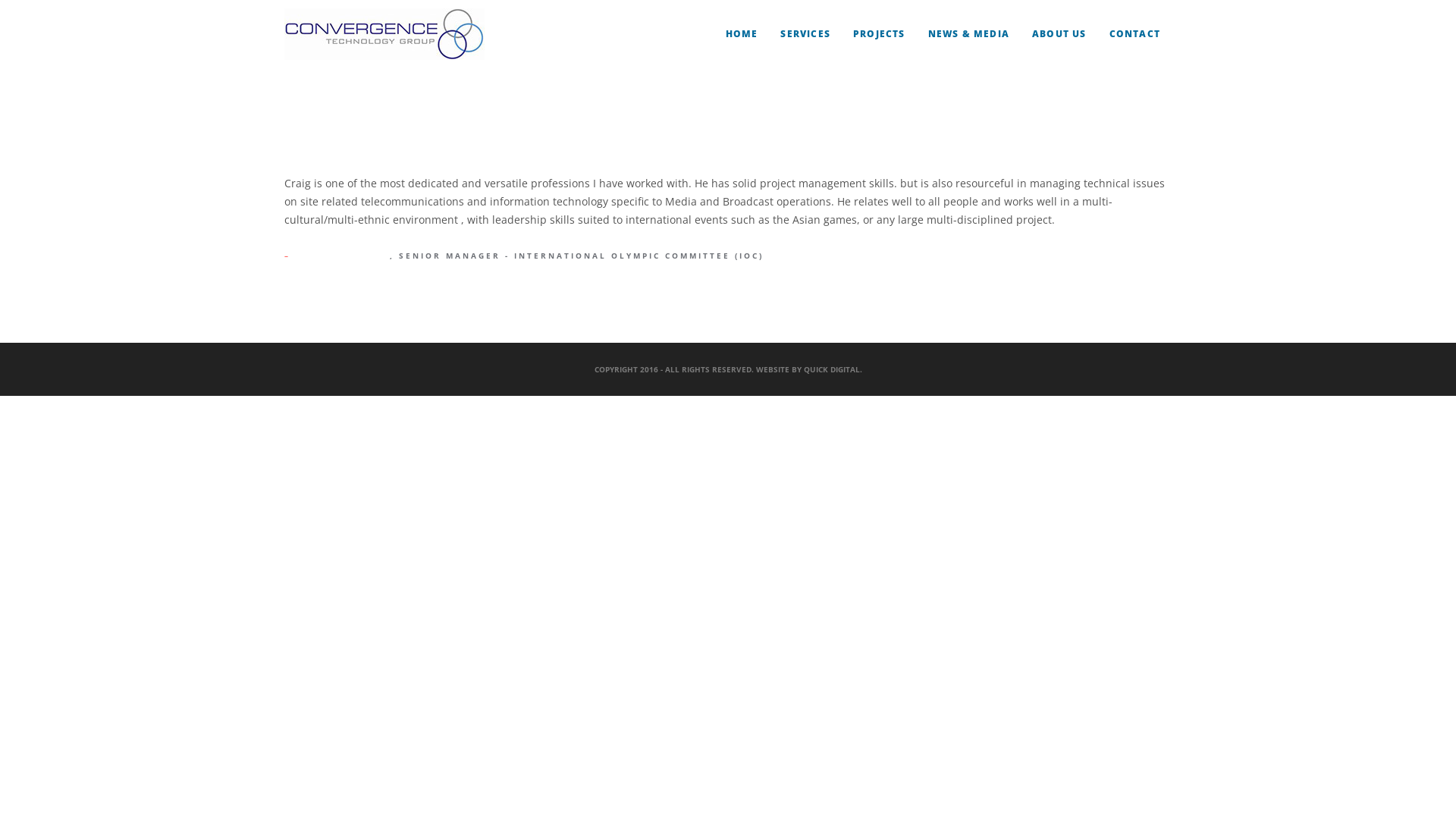  What do you see at coordinates (780, 34) in the screenshot?
I see `'SERVICES'` at bounding box center [780, 34].